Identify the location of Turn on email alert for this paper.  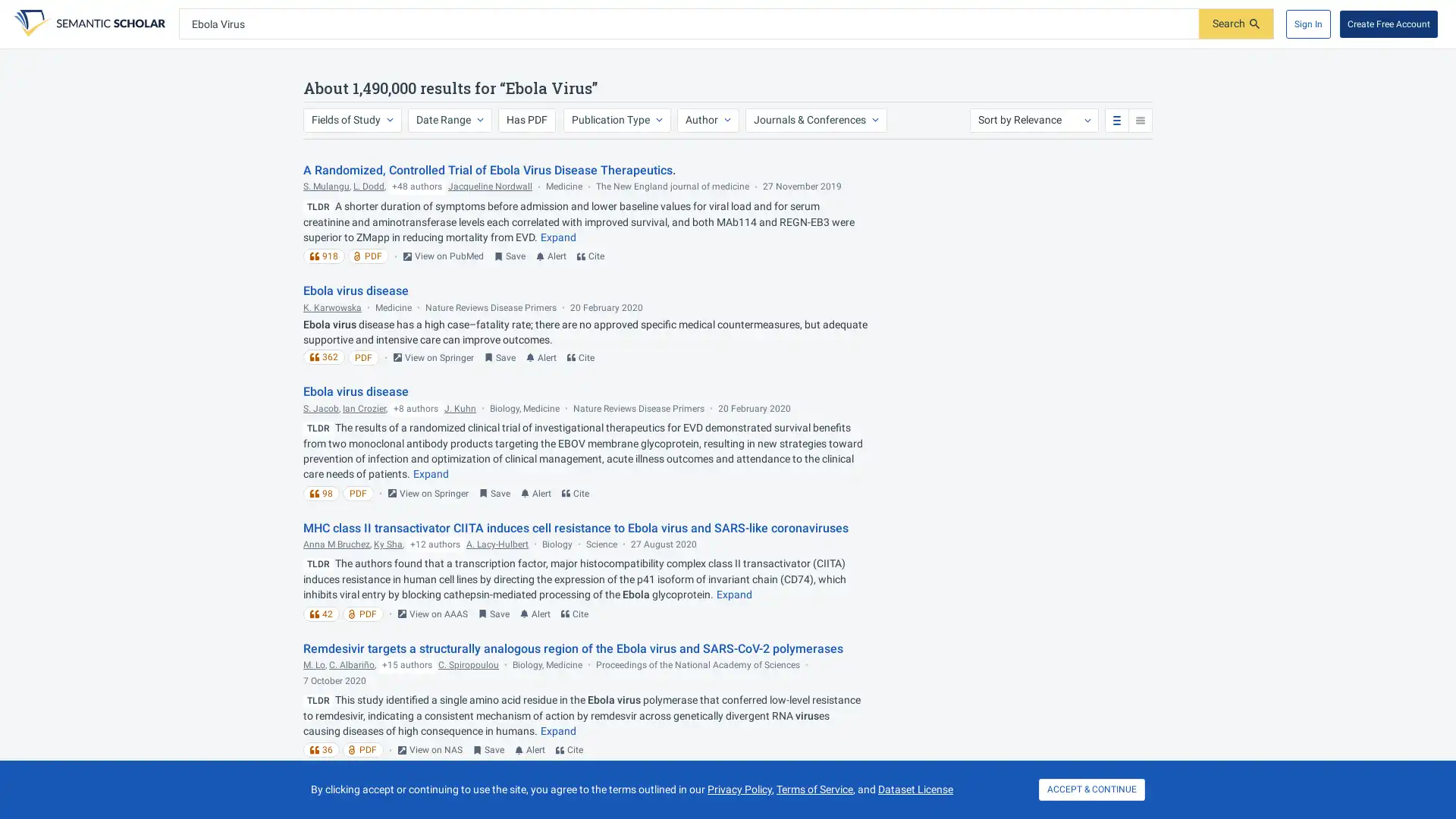
(535, 613).